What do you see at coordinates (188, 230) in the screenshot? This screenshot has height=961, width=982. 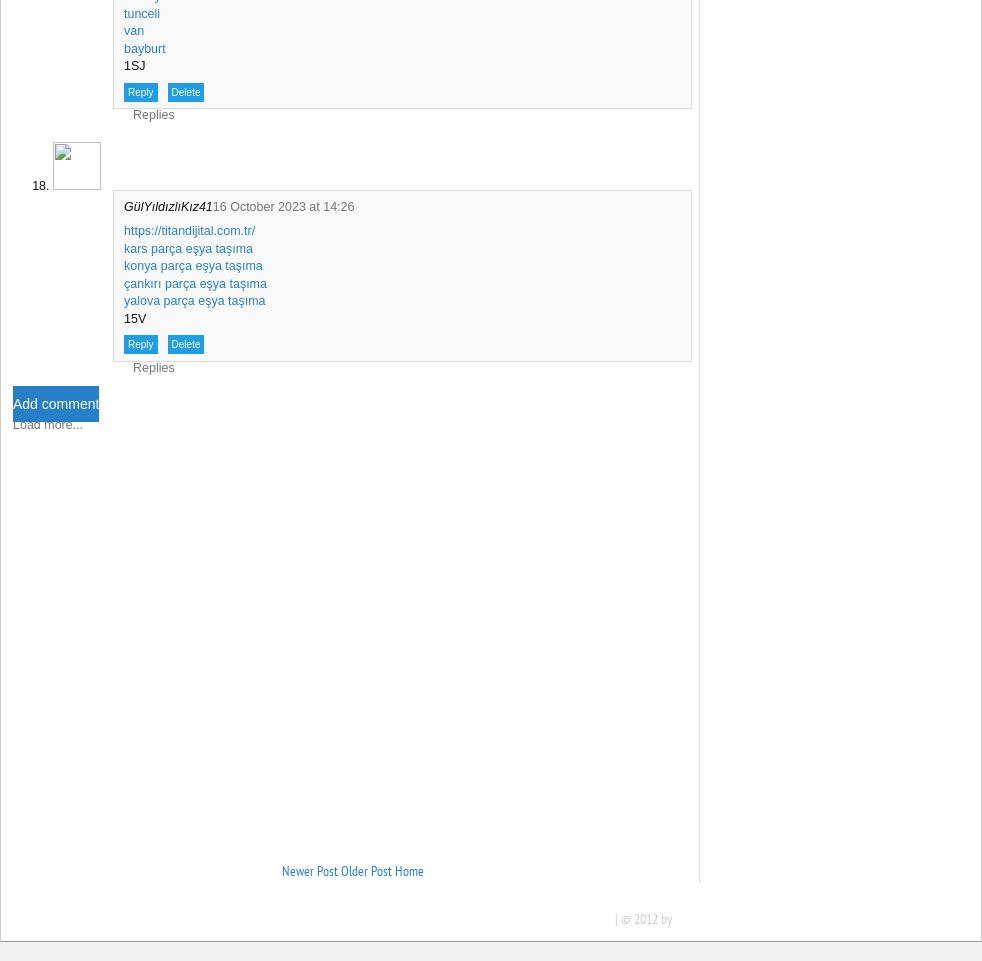 I see `'https://titandijital.com.tr/'` at bounding box center [188, 230].